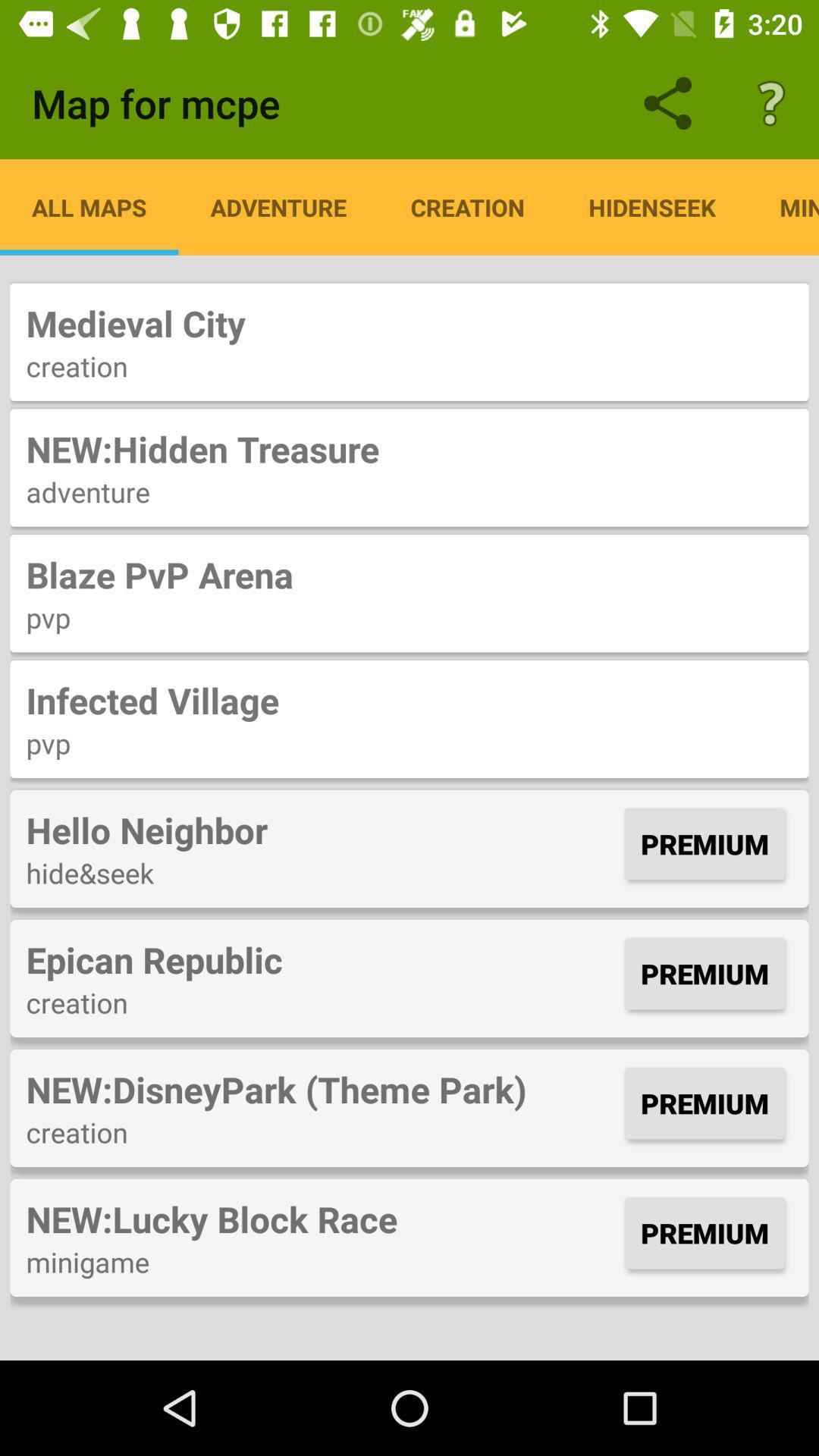  Describe the element at coordinates (651, 206) in the screenshot. I see `the icon next to the minigame` at that location.